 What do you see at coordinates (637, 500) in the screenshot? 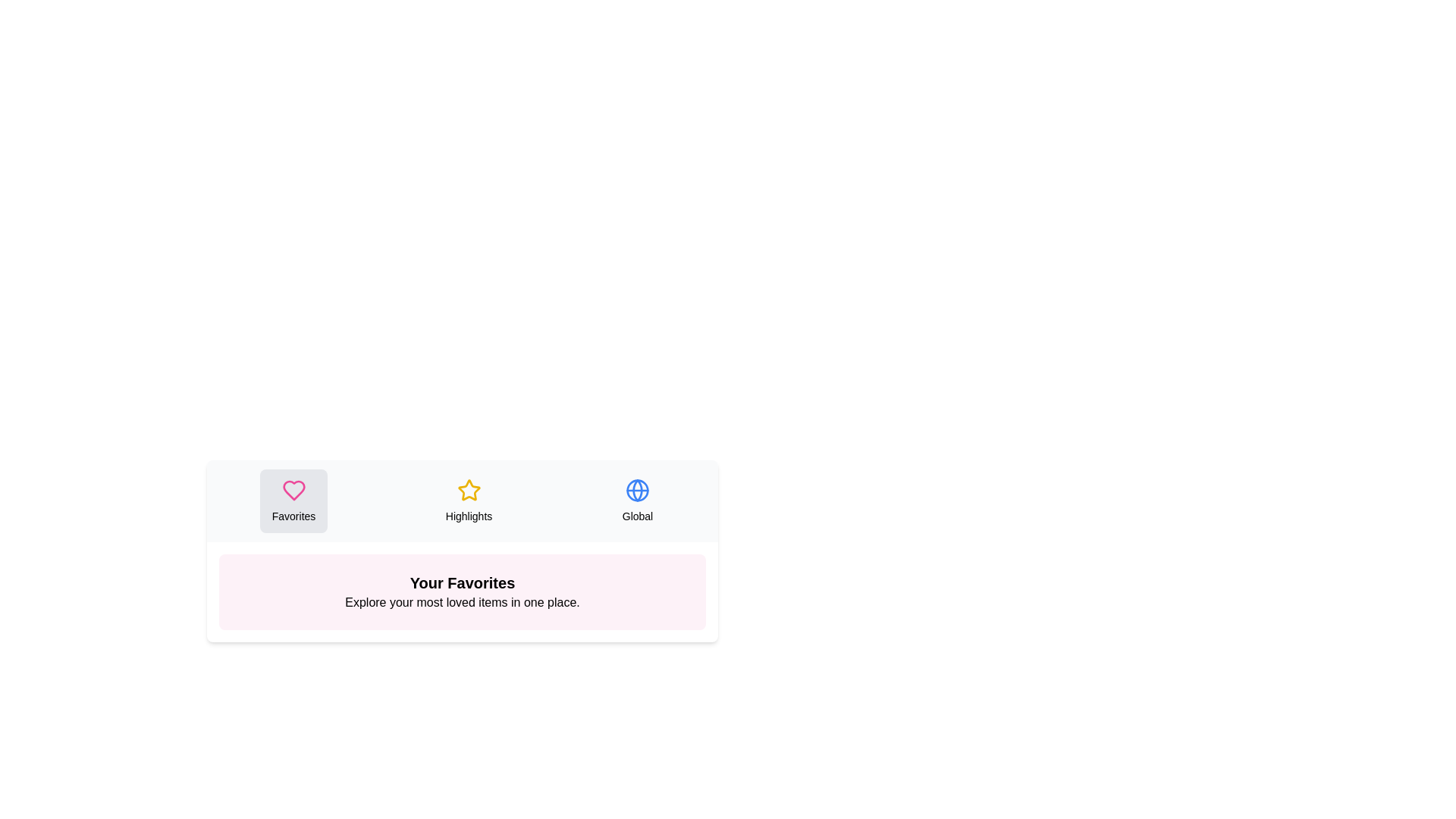
I see `the Global tab to see its hover effect` at bounding box center [637, 500].